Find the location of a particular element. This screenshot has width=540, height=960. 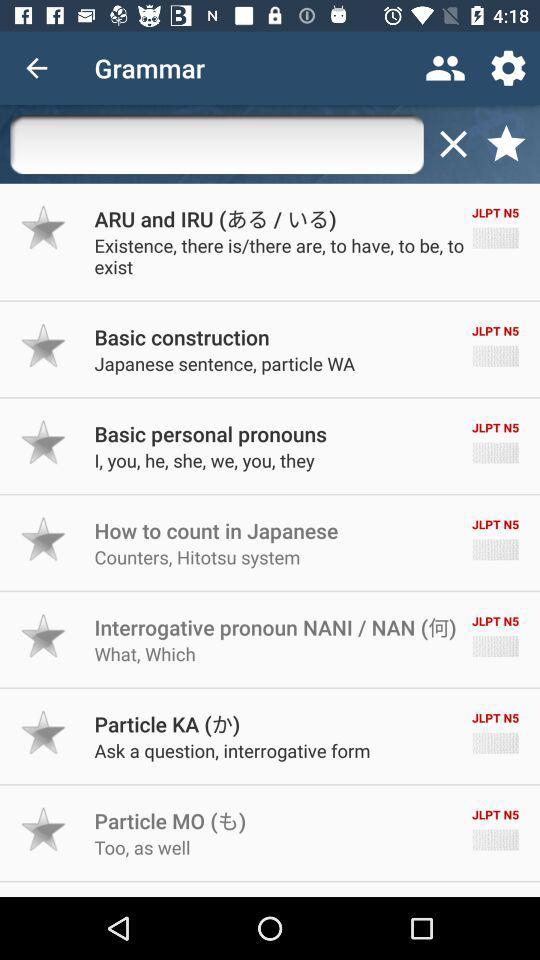

to favorites is located at coordinates (44, 345).